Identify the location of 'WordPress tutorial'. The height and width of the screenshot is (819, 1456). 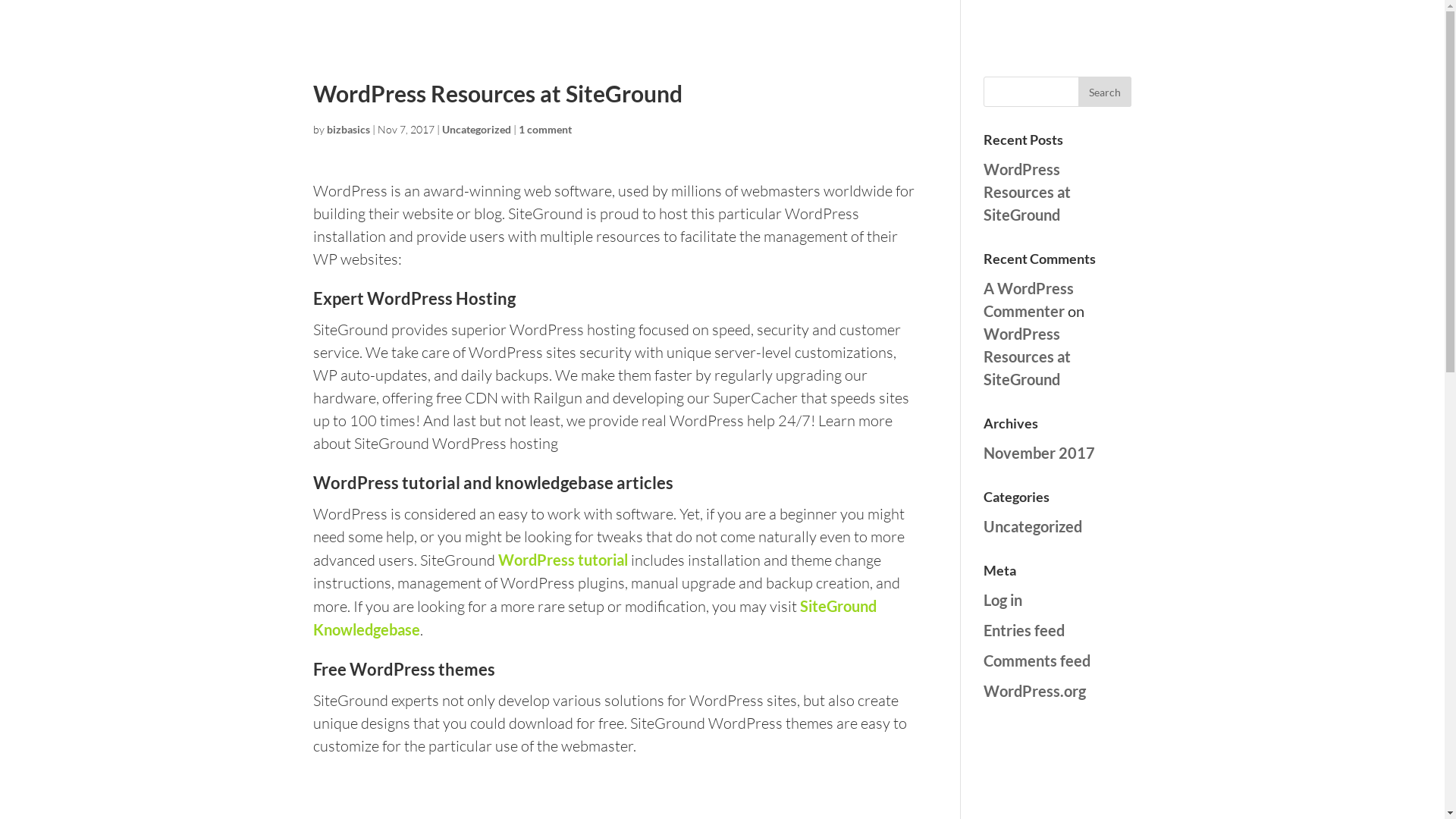
(561, 559).